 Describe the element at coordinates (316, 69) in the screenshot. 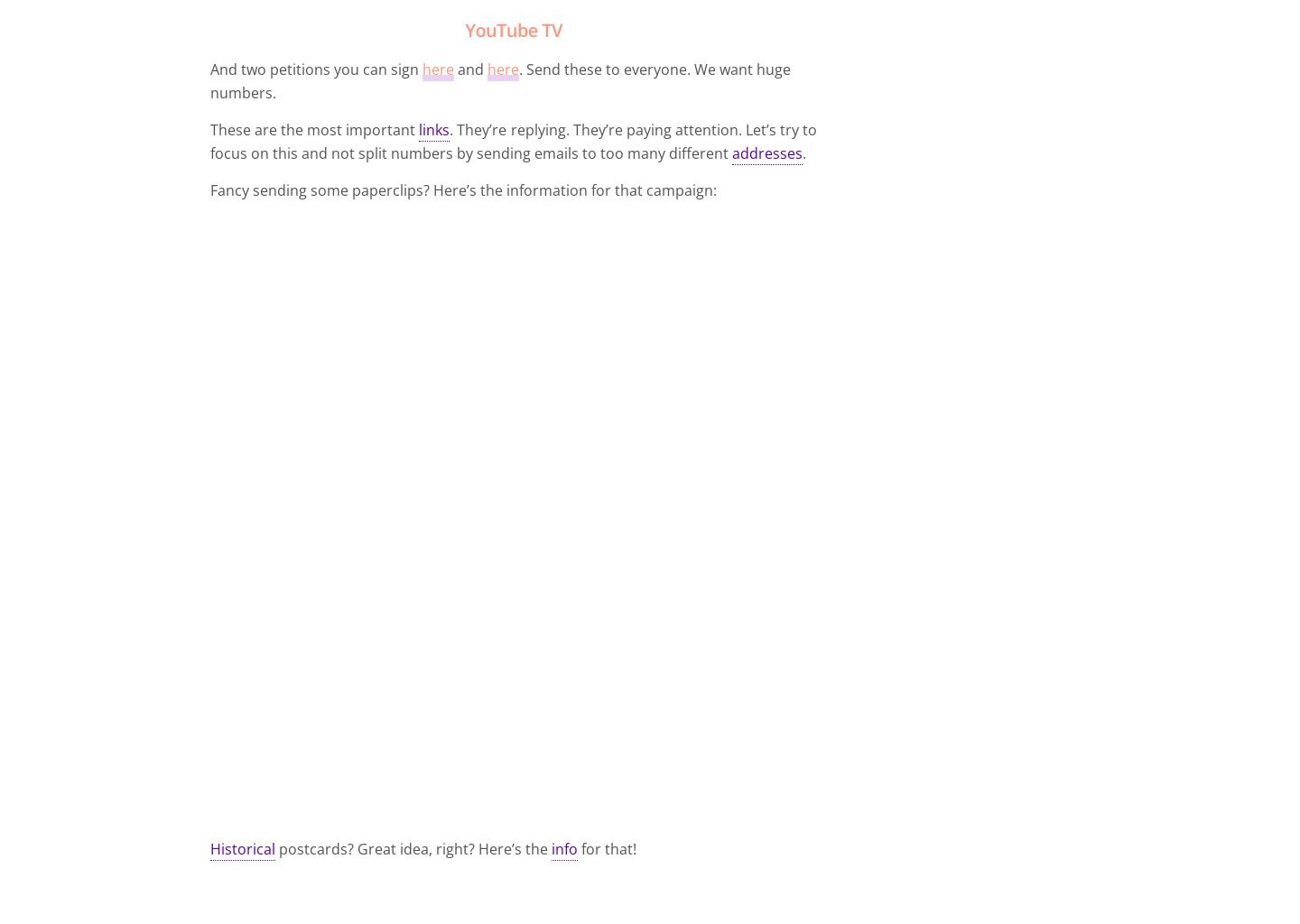

I see `'And two petitions you can sign'` at that location.